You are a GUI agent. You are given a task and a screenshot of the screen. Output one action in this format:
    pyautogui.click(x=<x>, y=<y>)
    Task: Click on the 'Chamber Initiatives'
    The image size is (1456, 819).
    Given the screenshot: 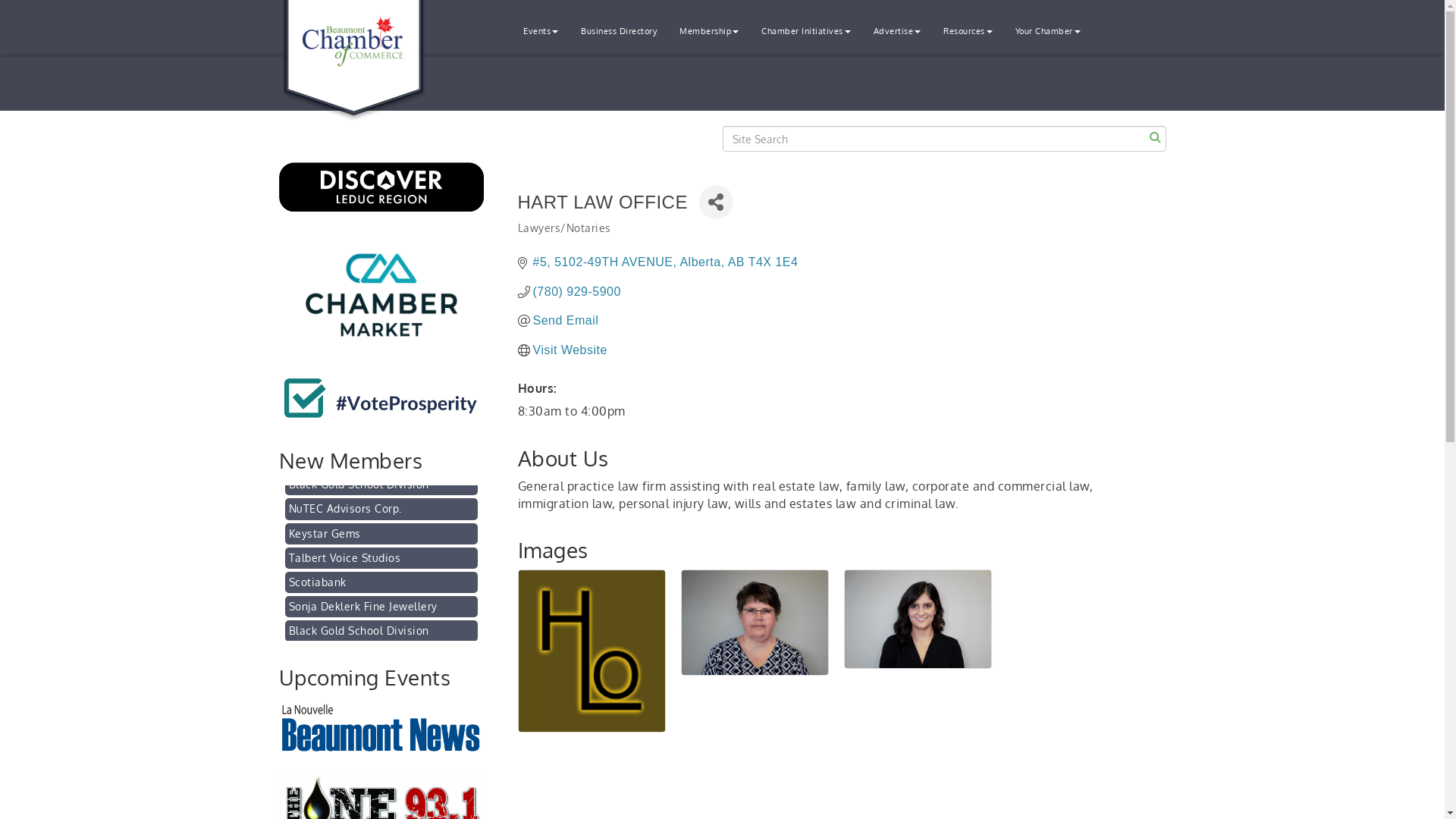 What is the action you would take?
    pyautogui.click(x=805, y=31)
    